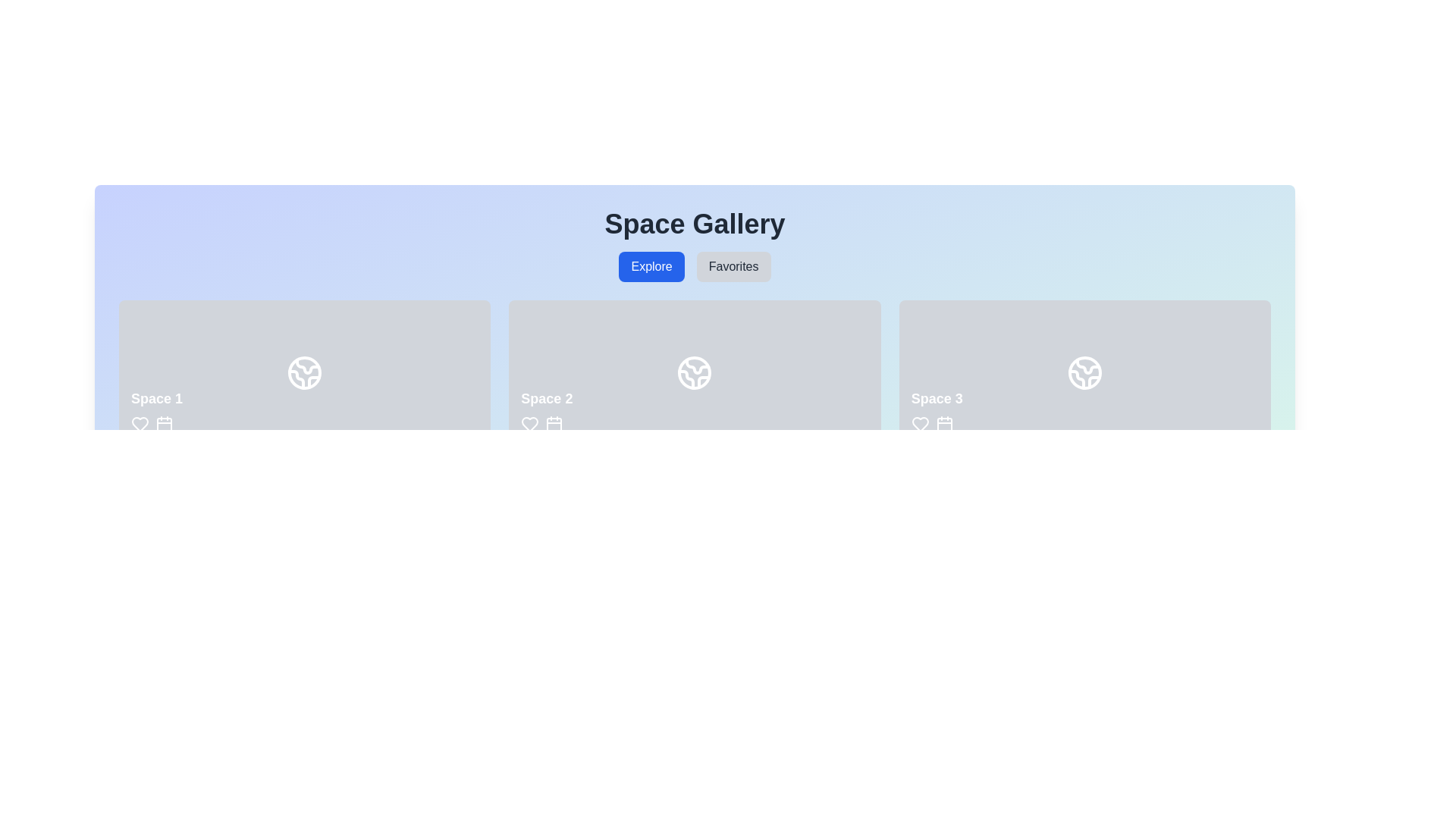  What do you see at coordinates (304, 373) in the screenshot?
I see `the Earth or Global functionality icon located centrally in the first card section labeled 'Space 1'` at bounding box center [304, 373].